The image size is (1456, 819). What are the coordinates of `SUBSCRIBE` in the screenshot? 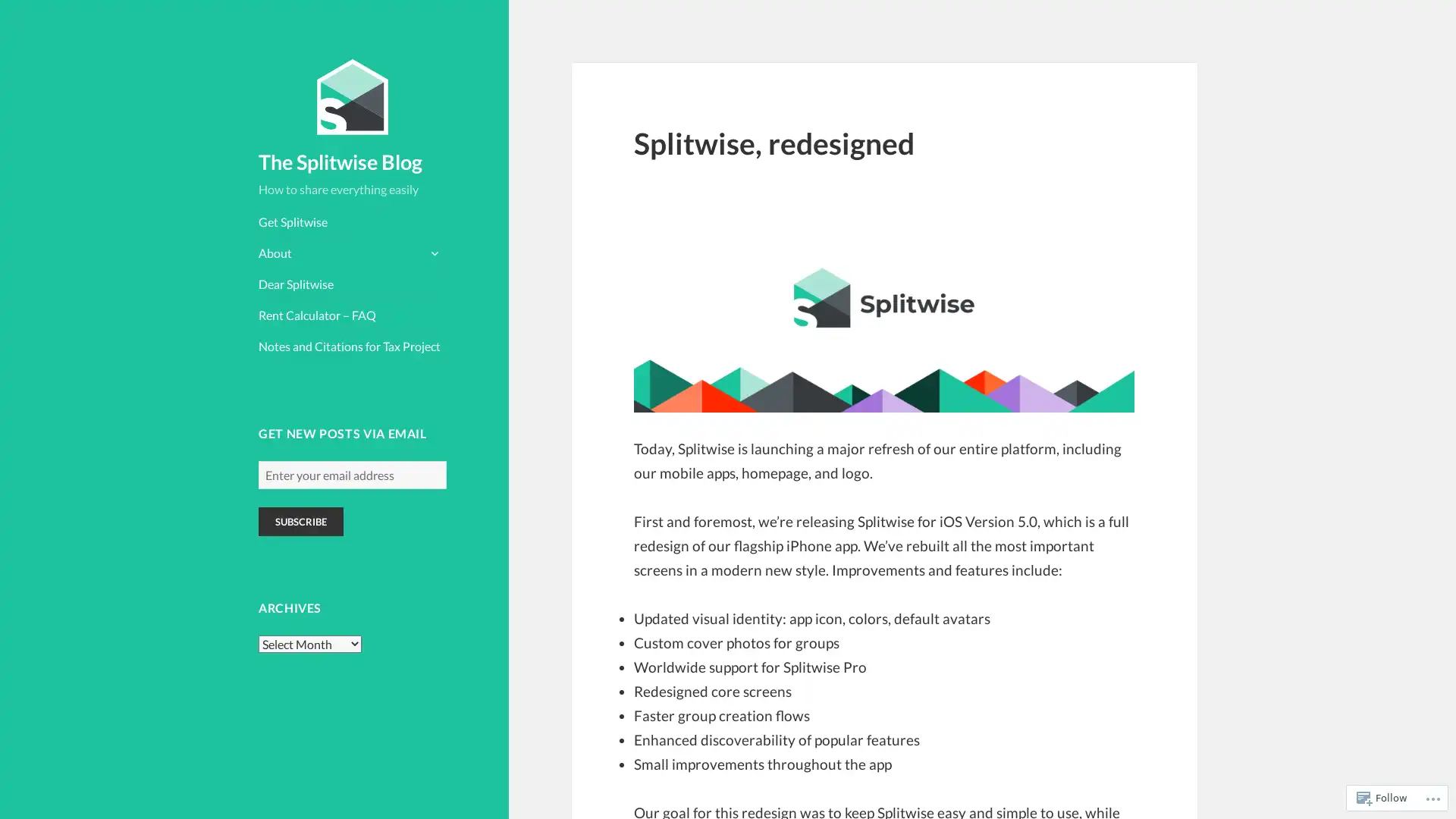 It's located at (301, 520).